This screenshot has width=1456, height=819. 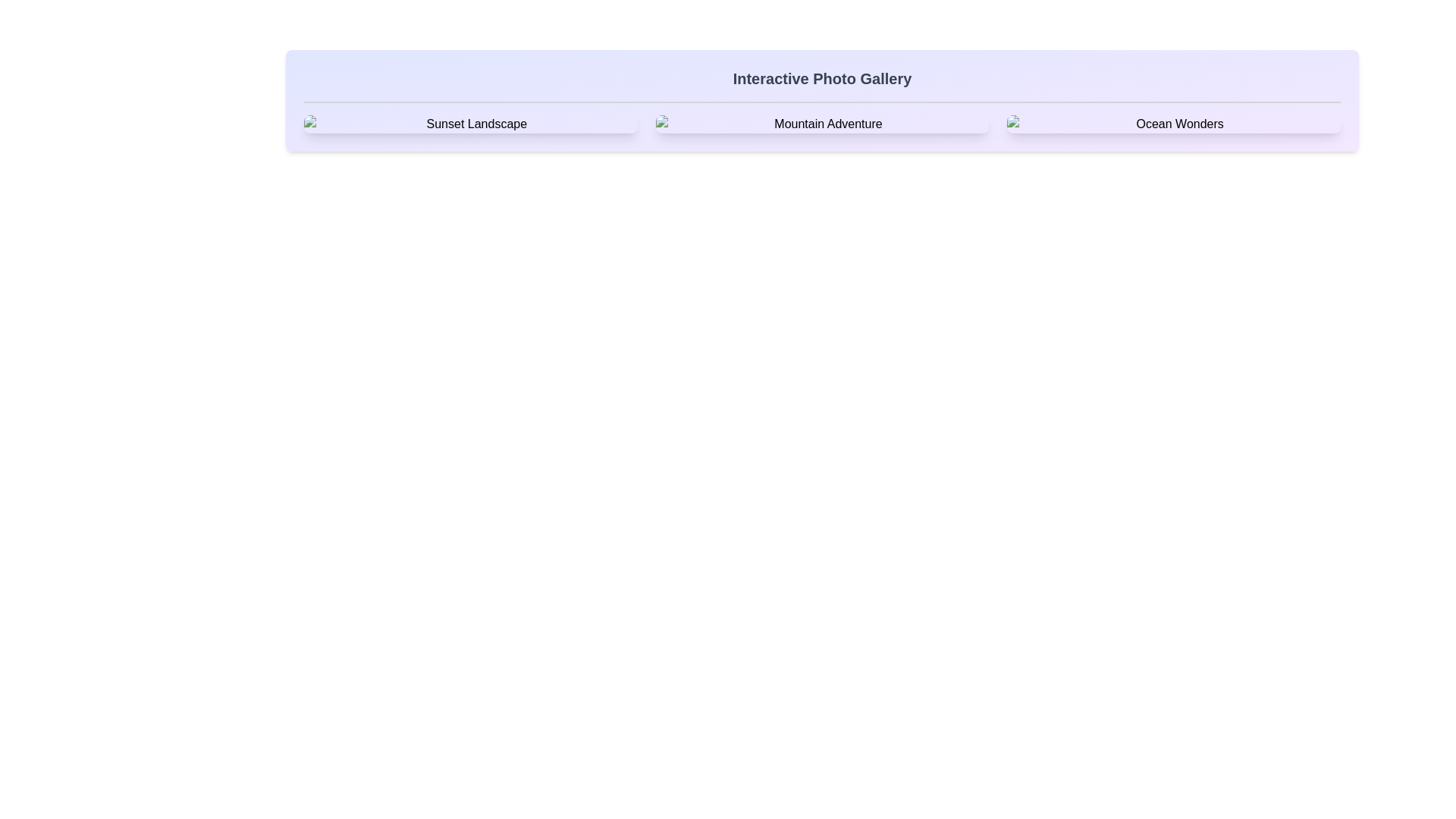 I want to click on the 'like' button, which is the second button in a horizontal layout immediately to the right of the 'View' button, so click(x=513, y=140).